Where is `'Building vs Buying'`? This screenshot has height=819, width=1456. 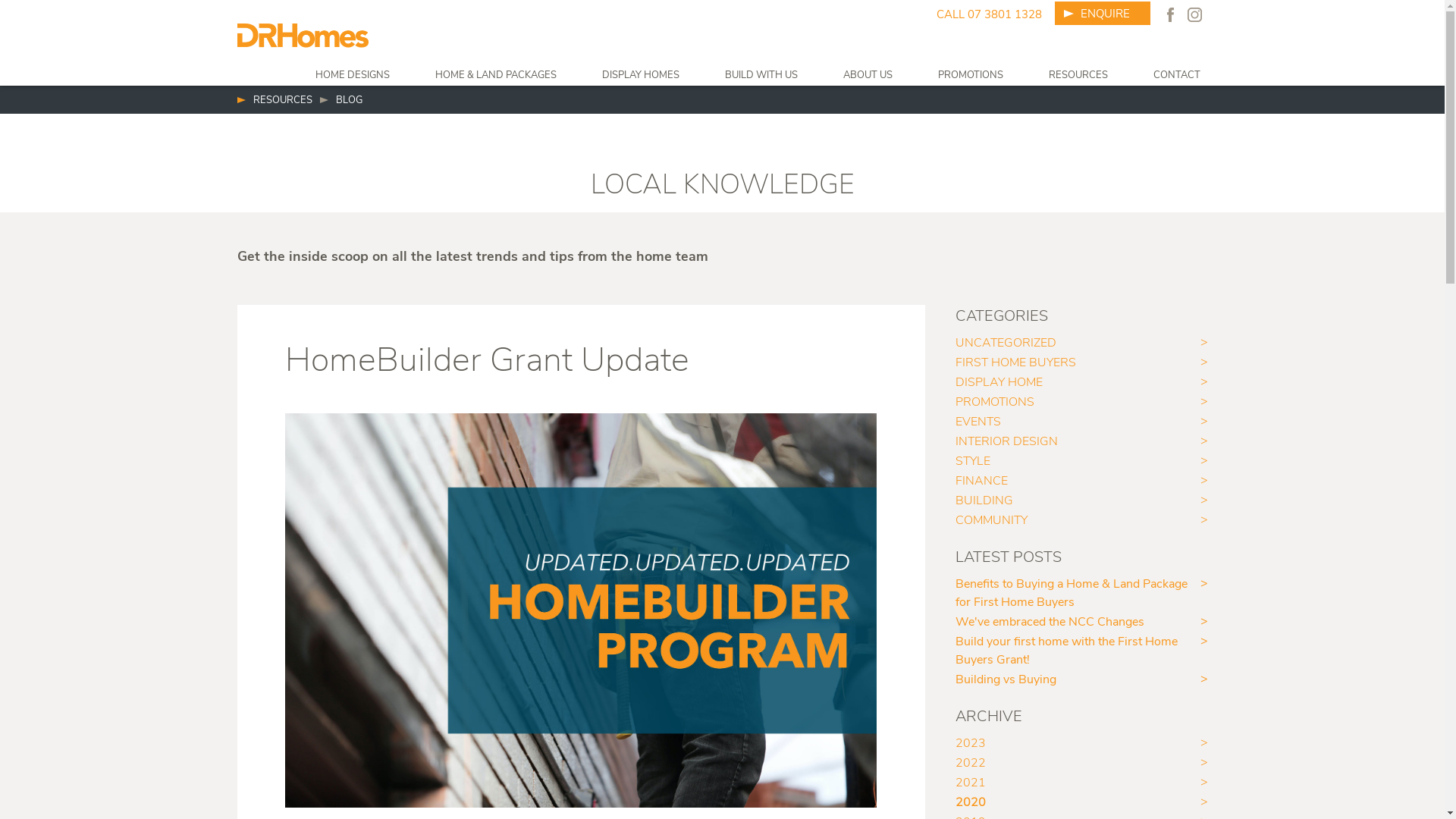
'Building vs Buying' is located at coordinates (1080, 678).